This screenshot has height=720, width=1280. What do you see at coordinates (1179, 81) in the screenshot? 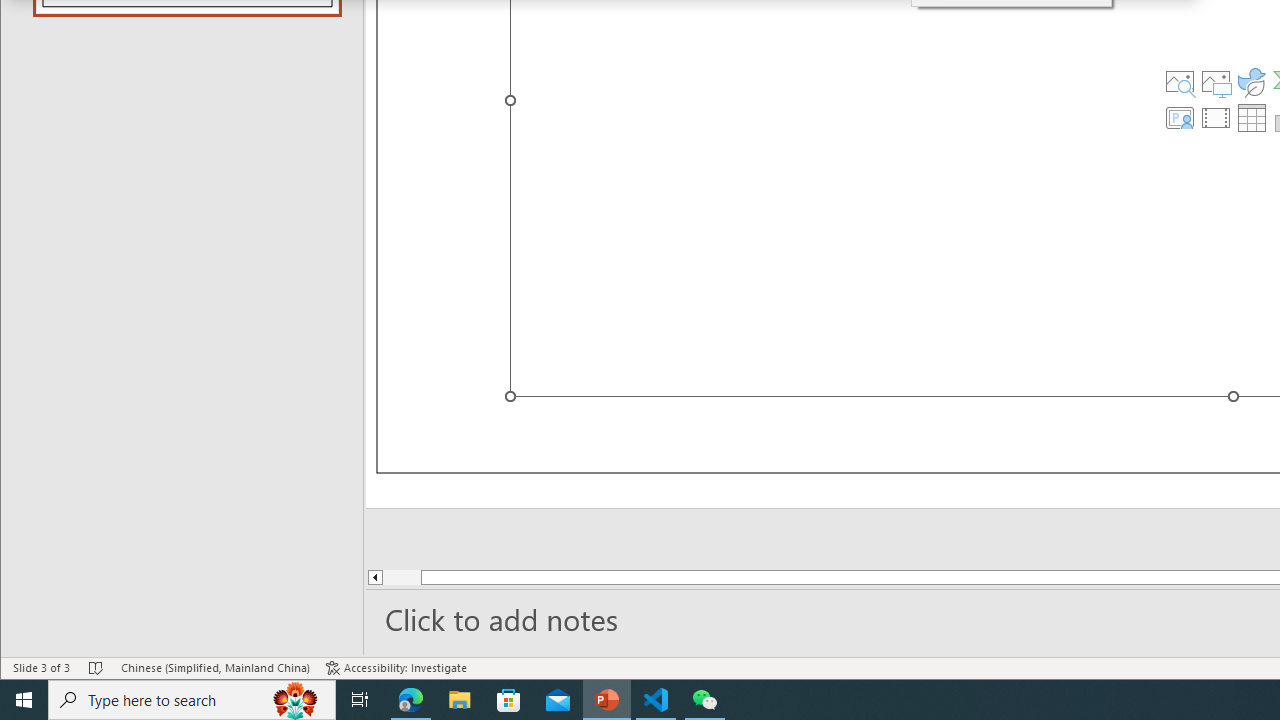
I see `'Stock Images'` at bounding box center [1179, 81].